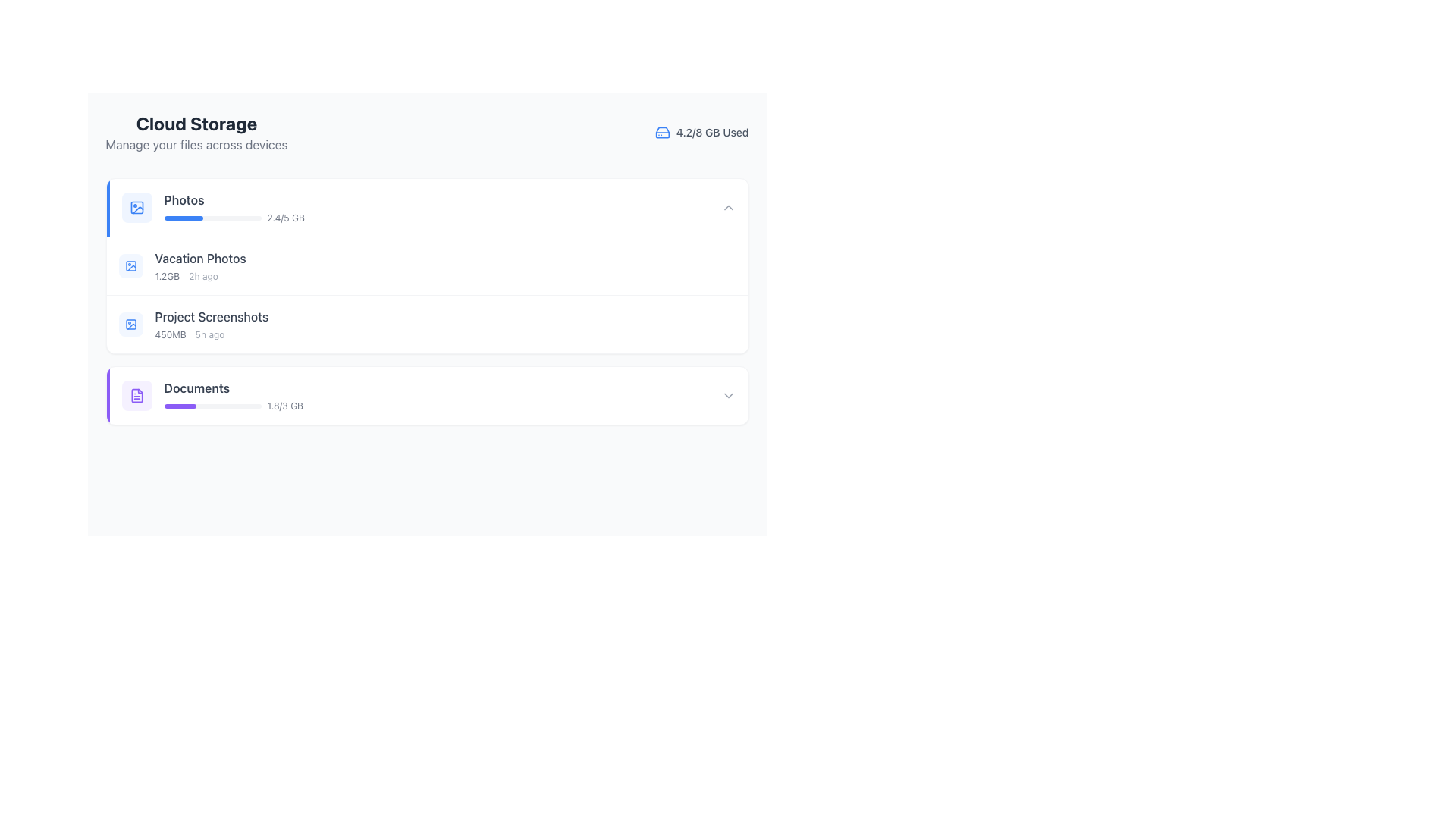 This screenshot has width=1456, height=819. Describe the element at coordinates (426, 265) in the screenshot. I see `the List item representing 'Vacation Photos', which summarizes a storage item with a size of 1.2GB and a last action time of 2 hours ago, located as the second entry in the main list under the 'Photos' section` at that location.